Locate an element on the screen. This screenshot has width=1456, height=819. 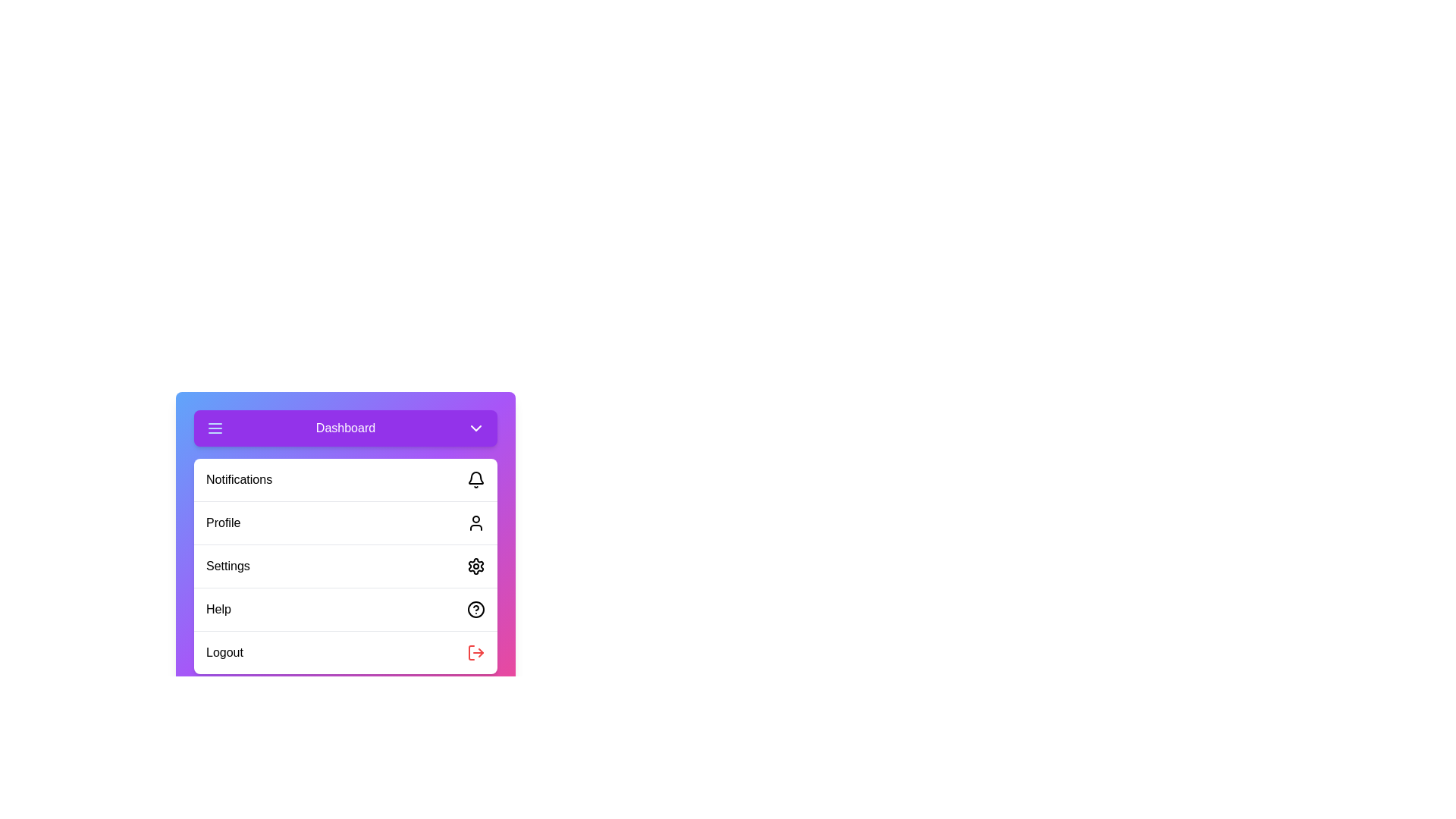
the menu item Profile from the menu is located at coordinates (345, 522).